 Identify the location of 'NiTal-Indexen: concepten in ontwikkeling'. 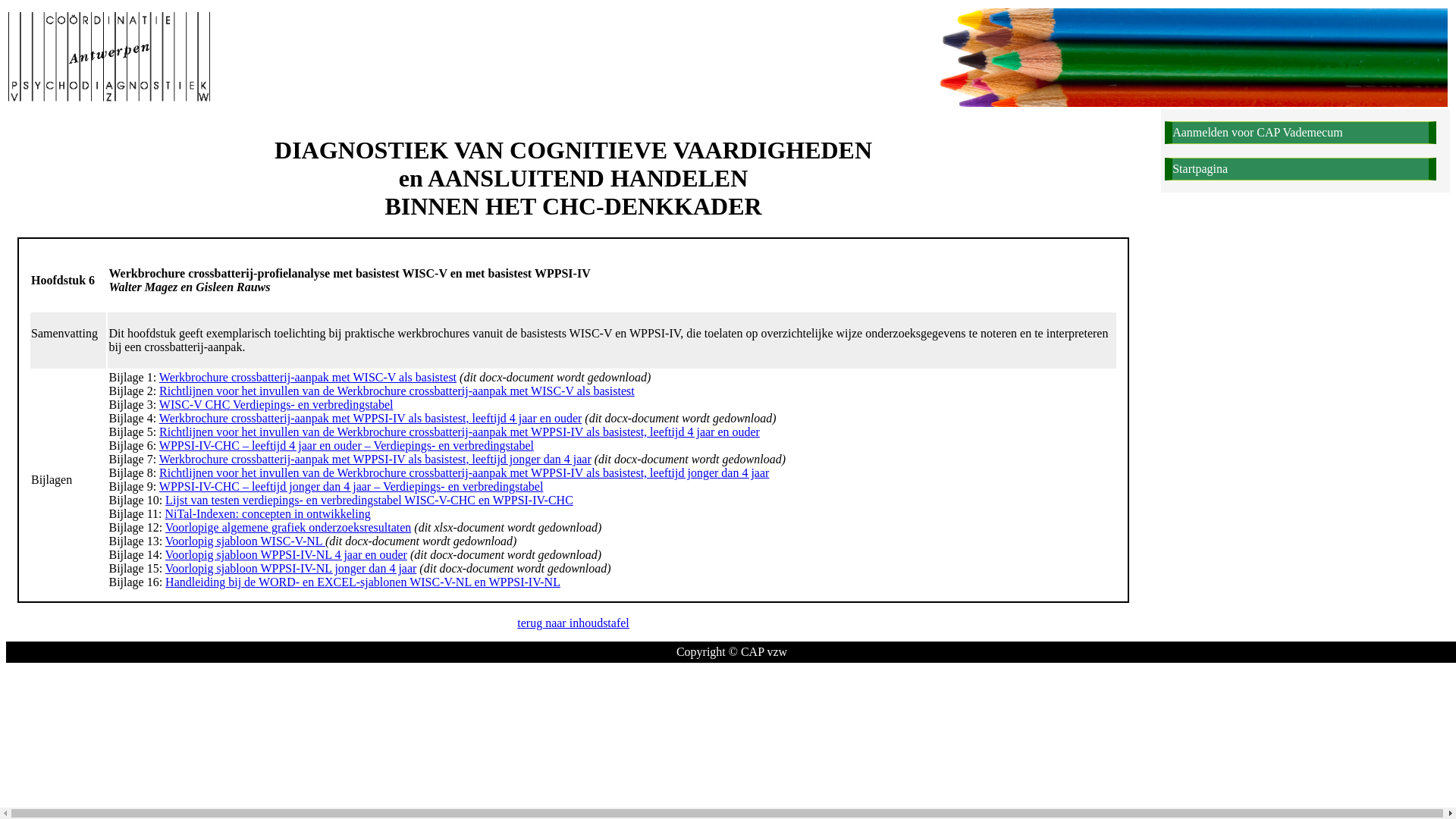
(268, 513).